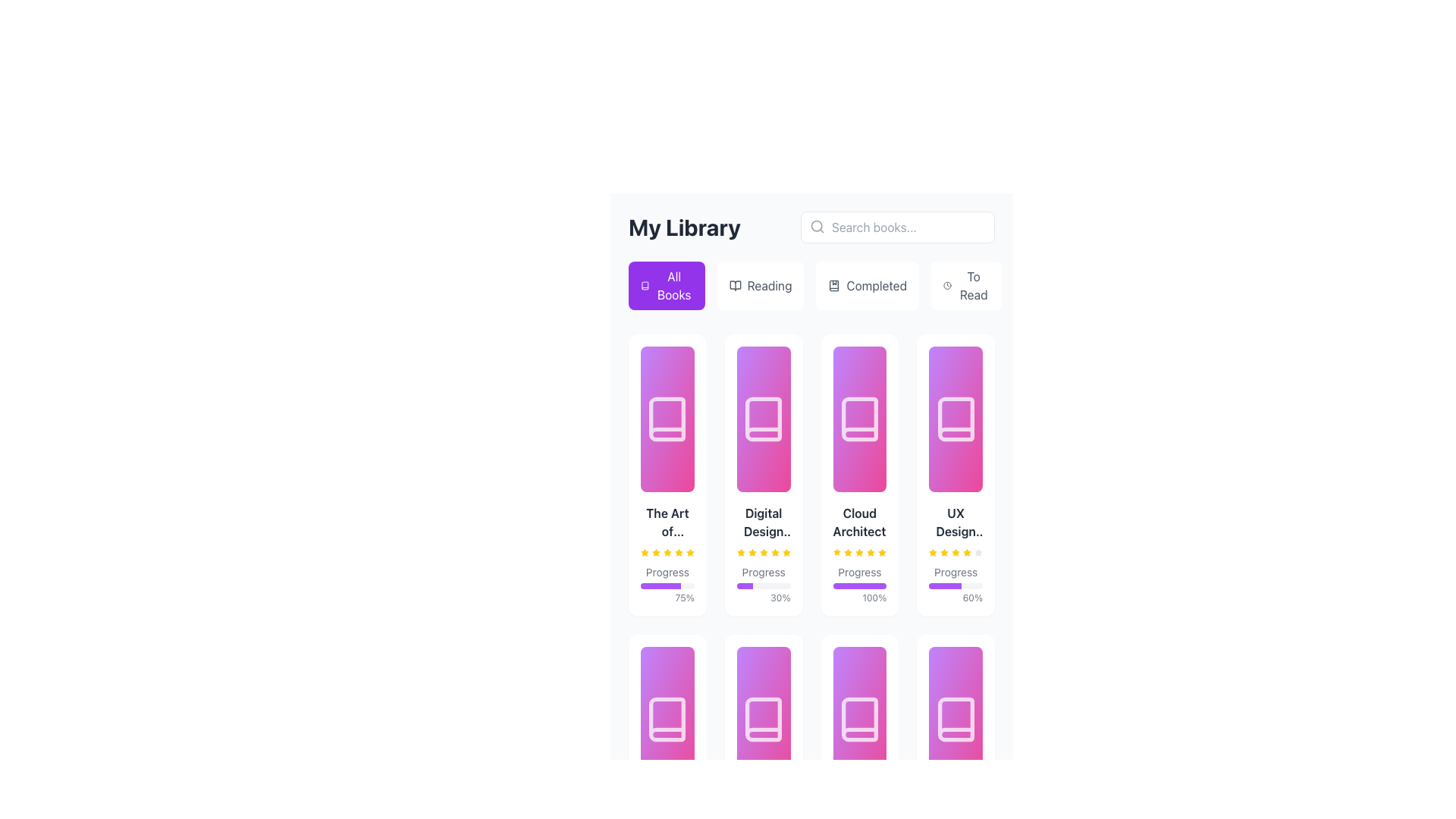 The width and height of the screenshot is (1456, 819). Describe the element at coordinates (667, 718) in the screenshot. I see `the book icon with a minimalist outline design, located in the lower-left corner of the second row of book cards, which features a gradient background and a white stroke outline` at that location.